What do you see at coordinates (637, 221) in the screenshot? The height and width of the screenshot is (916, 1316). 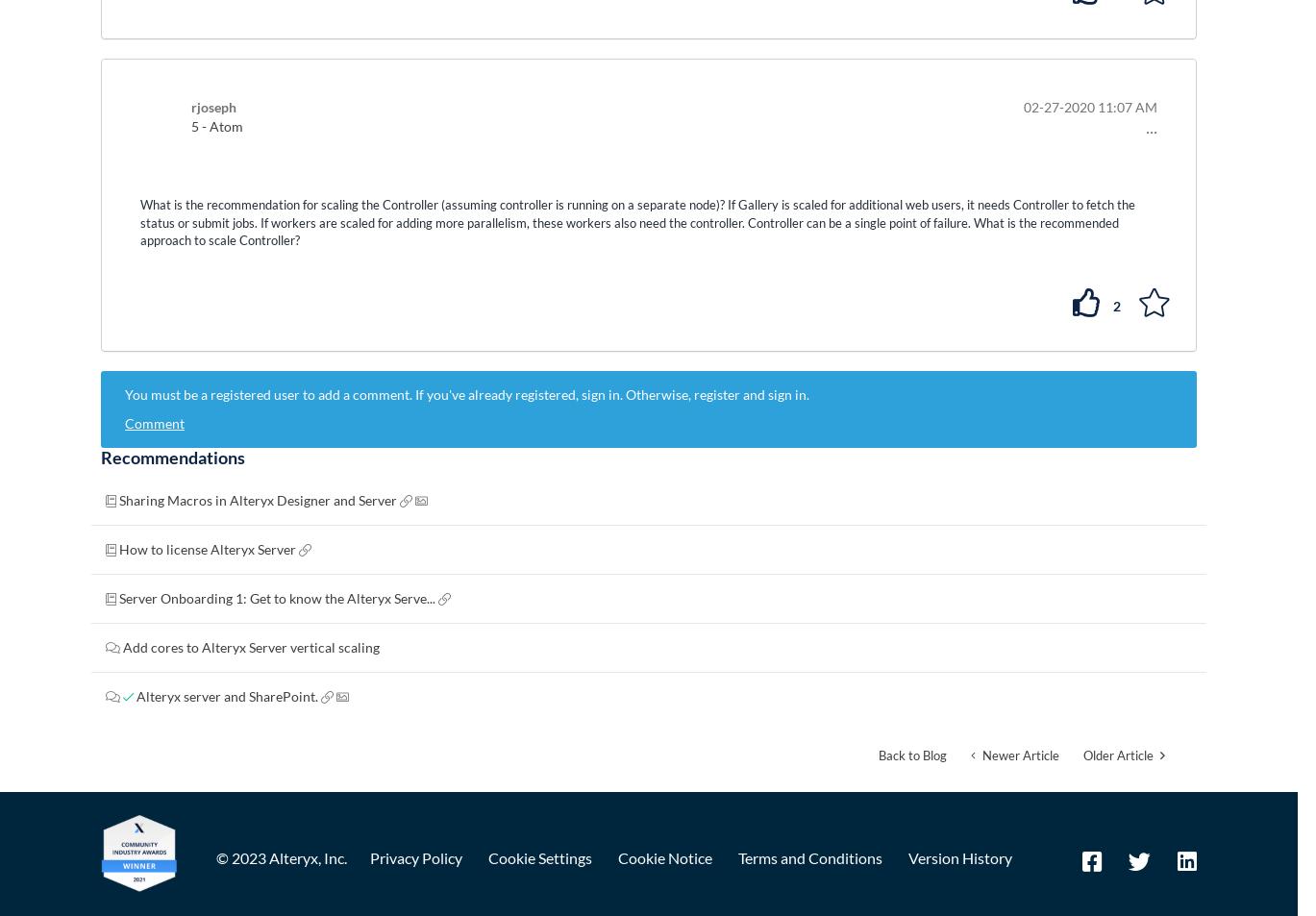 I see `'What is the recommendation for scaling the Controller (assuming controller is running on a separate node)? If Gallery is scaled for additional web users, it needs Controller to fetch the status or submit jobs. If workers are scaled for adding more parallelism, these workers also need the controller. Controller can be a single point of failure. What is the recommended approach to scale Controller?'` at bounding box center [637, 221].